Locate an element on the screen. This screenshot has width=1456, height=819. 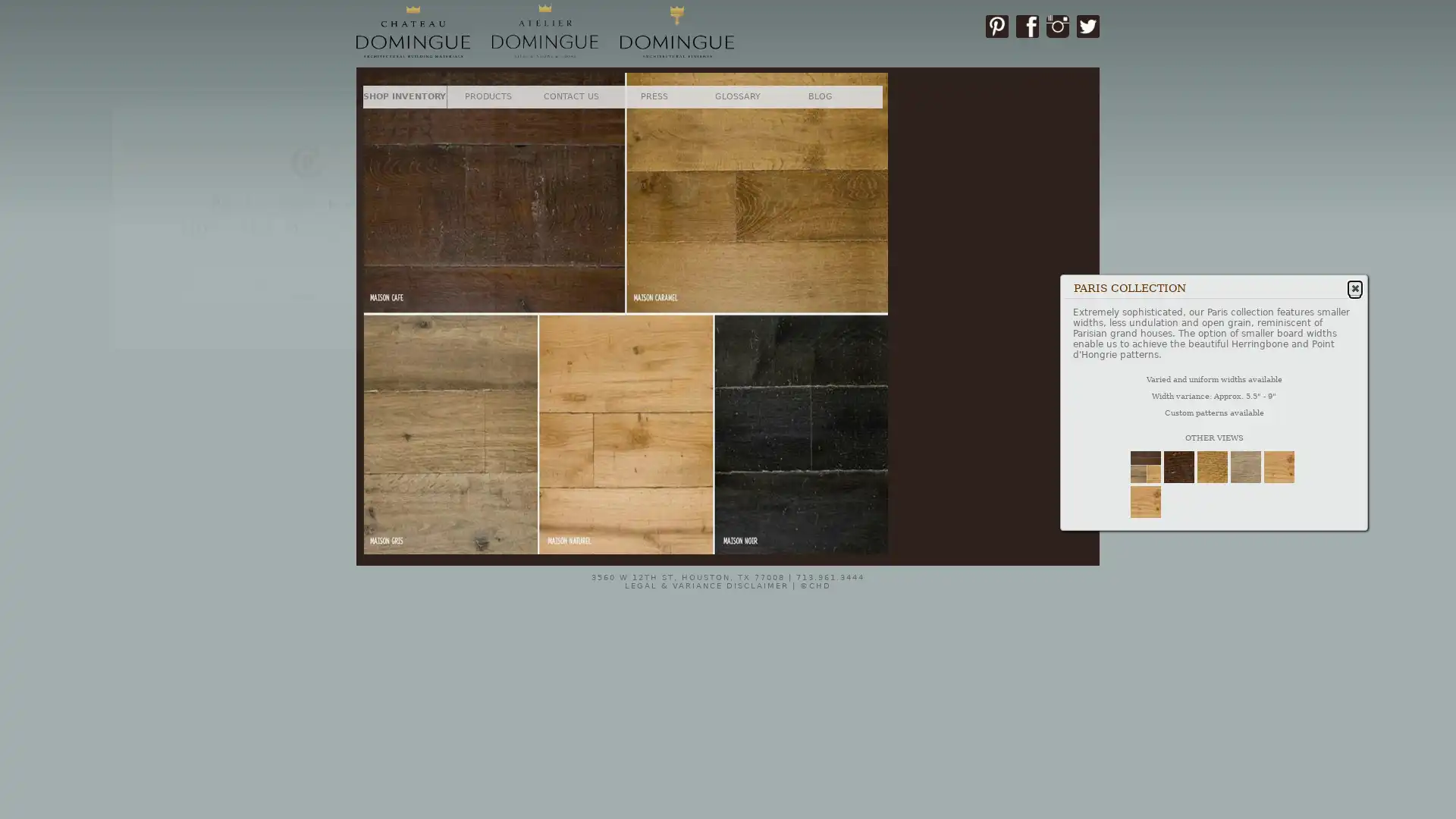
Close is located at coordinates (1354, 287).